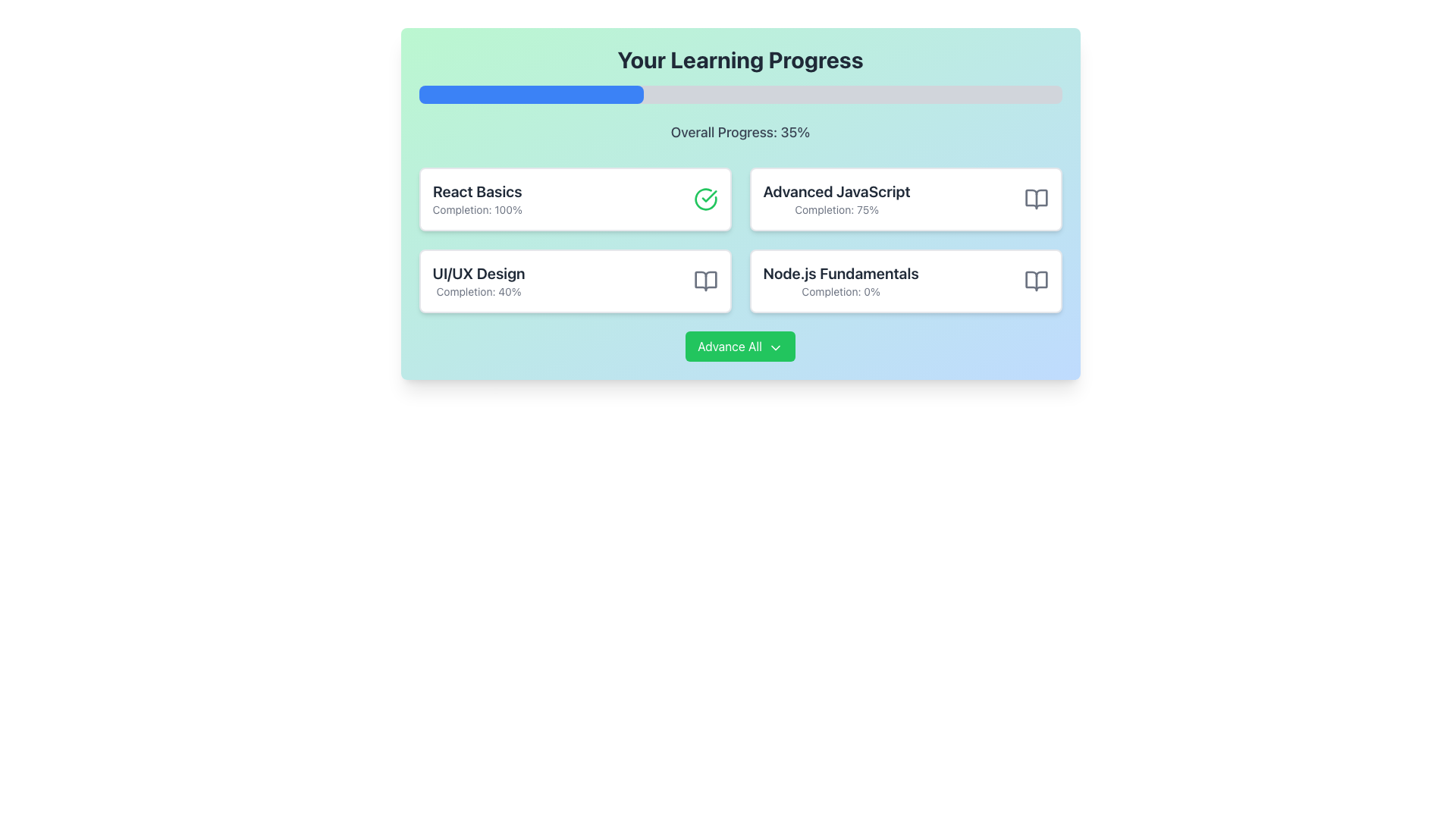 This screenshot has height=819, width=1456. What do you see at coordinates (840, 274) in the screenshot?
I see `the label displaying 'Node.js Fundamentals' in bold text located in the bottom-right card of the grid layout` at bounding box center [840, 274].